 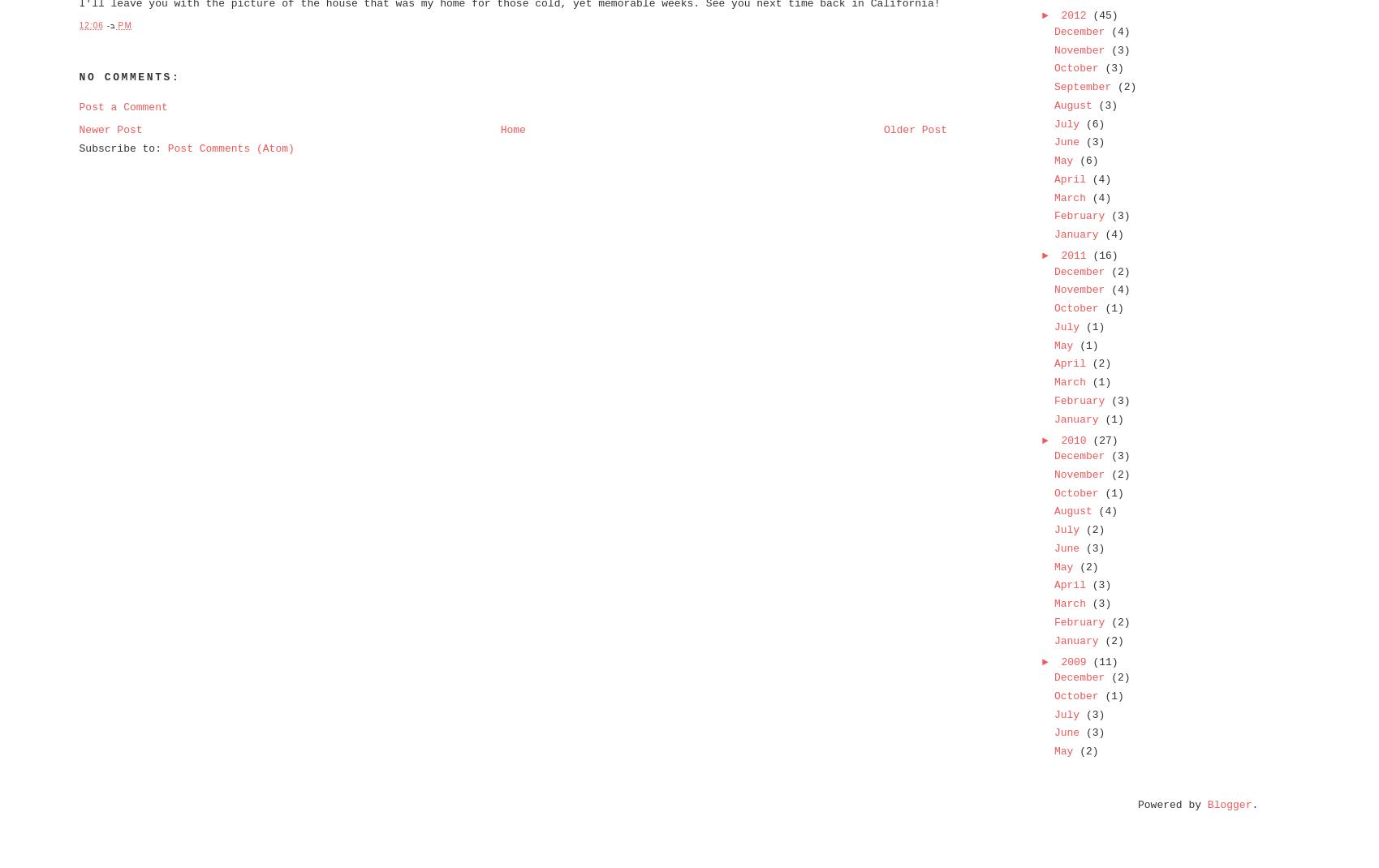 What do you see at coordinates (78, 77) in the screenshot?
I see `'No comments:'` at bounding box center [78, 77].